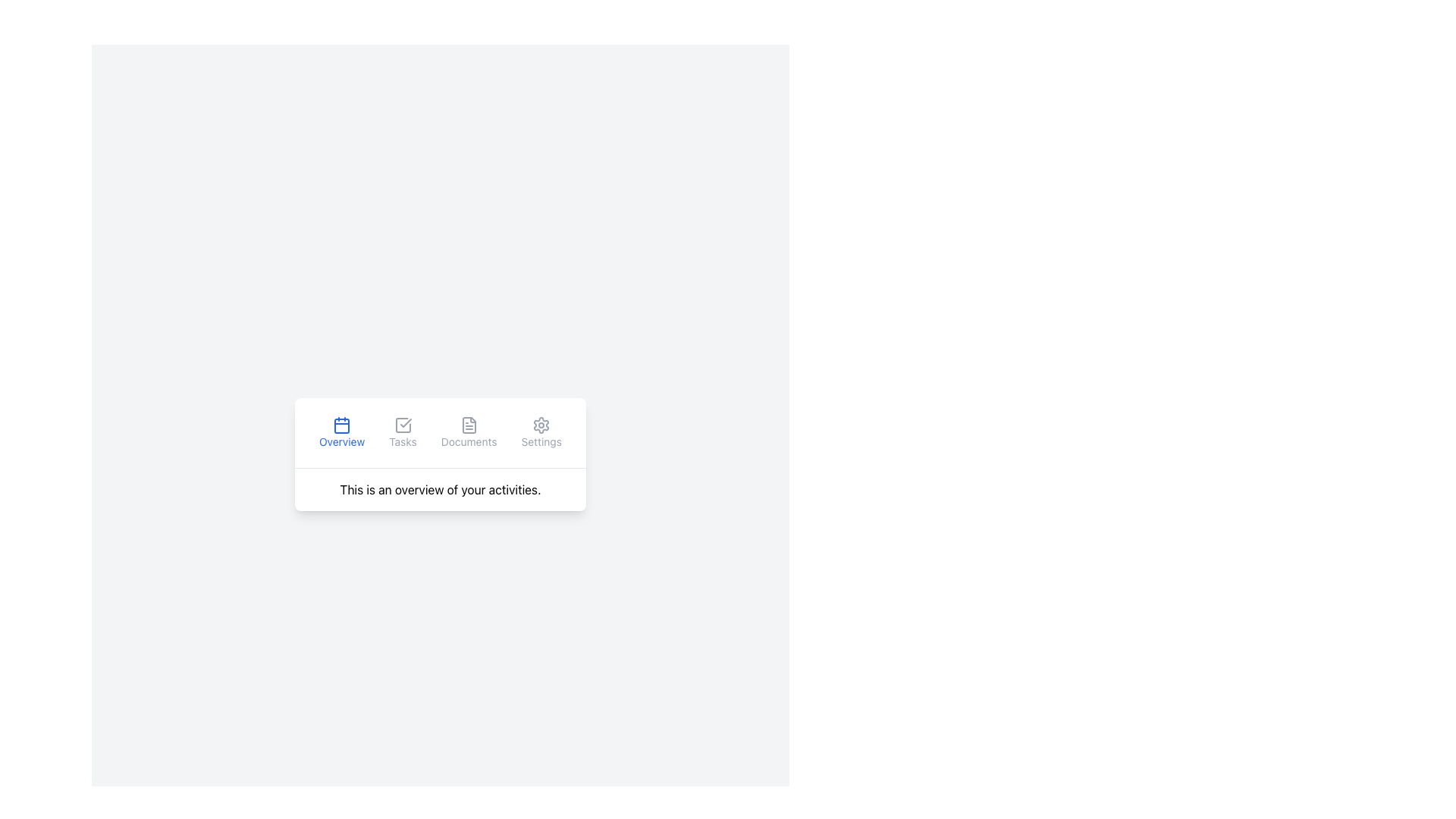 This screenshot has width=1456, height=819. Describe the element at coordinates (439, 432) in the screenshot. I see `the 'Documents' section of the Navigation Bar` at that location.